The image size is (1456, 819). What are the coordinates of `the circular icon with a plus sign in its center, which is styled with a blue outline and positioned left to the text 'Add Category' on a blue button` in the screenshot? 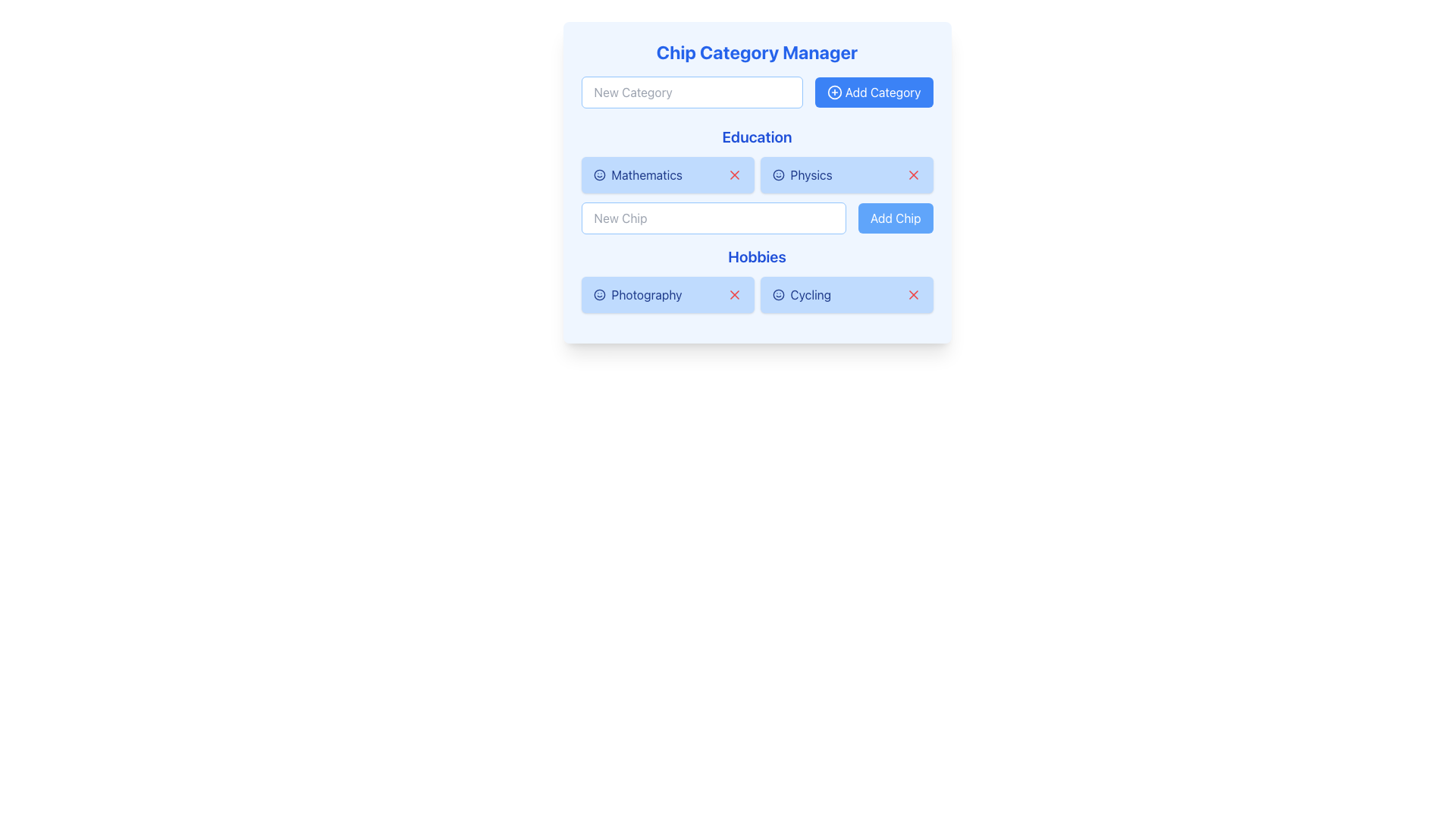 It's located at (833, 93).